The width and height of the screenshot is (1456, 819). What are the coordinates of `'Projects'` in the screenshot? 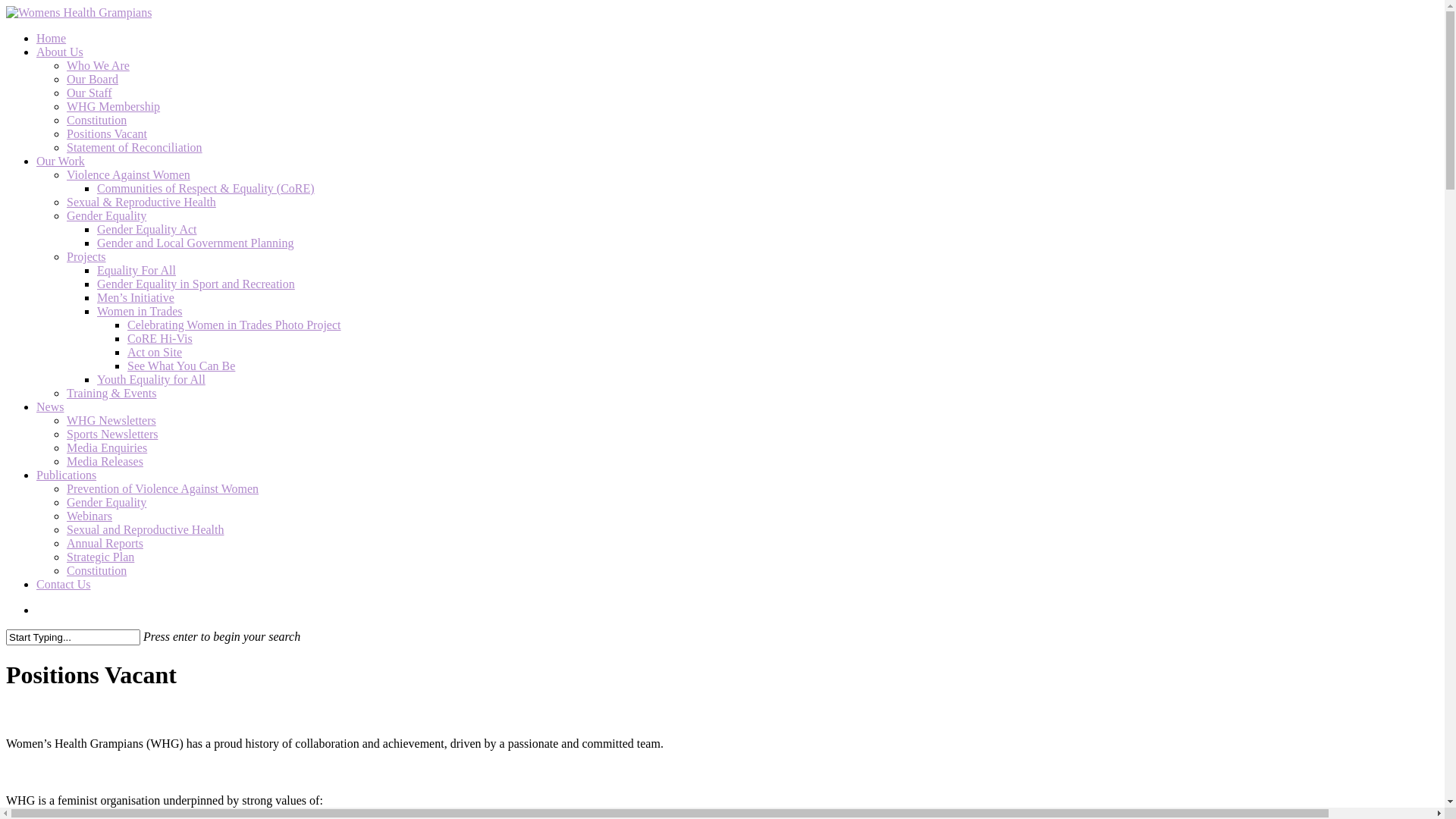 It's located at (86, 256).